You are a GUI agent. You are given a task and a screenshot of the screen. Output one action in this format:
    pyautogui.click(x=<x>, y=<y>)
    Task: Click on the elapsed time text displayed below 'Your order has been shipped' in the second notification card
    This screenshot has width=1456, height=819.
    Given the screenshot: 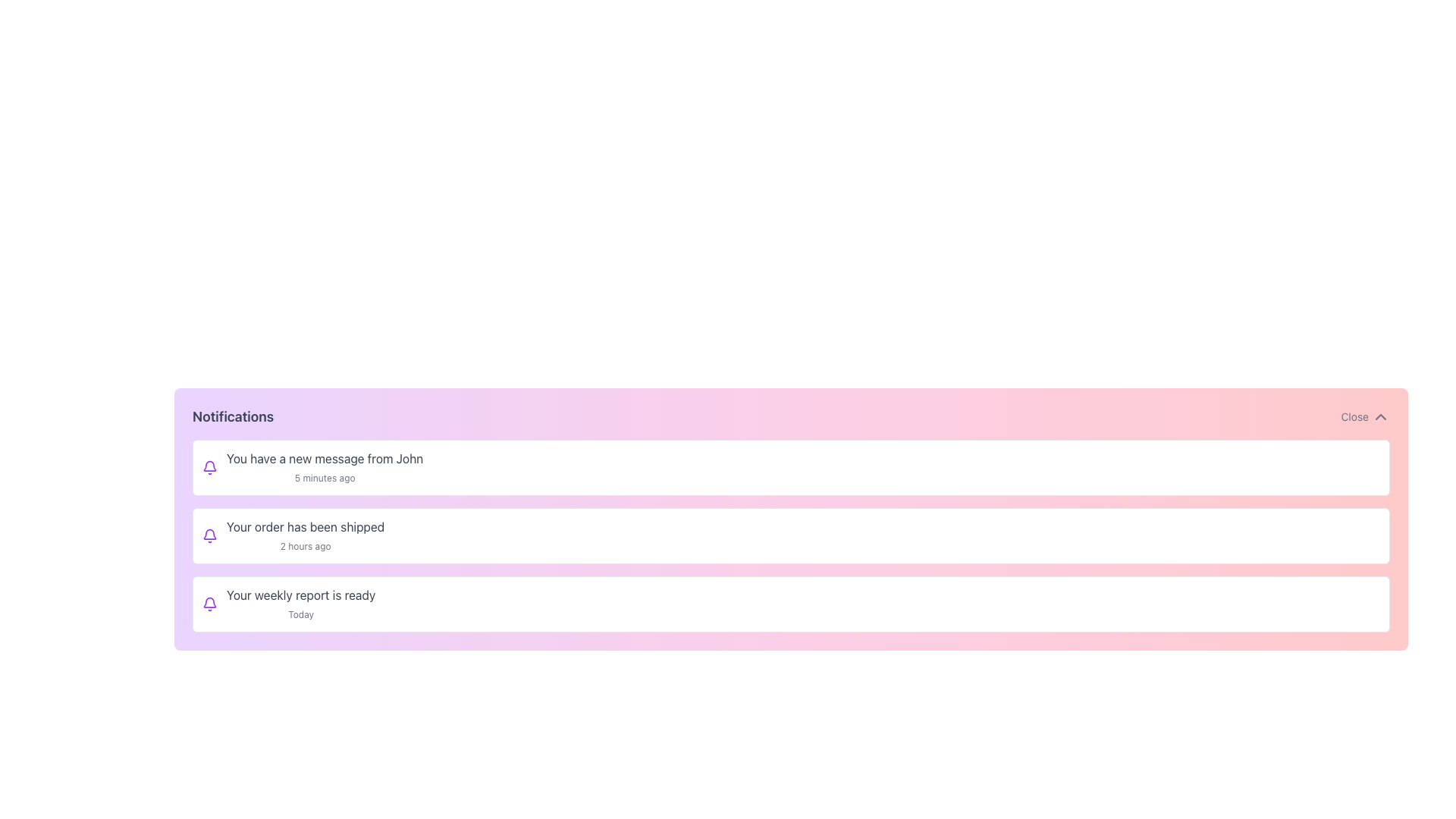 What is the action you would take?
    pyautogui.click(x=305, y=546)
    